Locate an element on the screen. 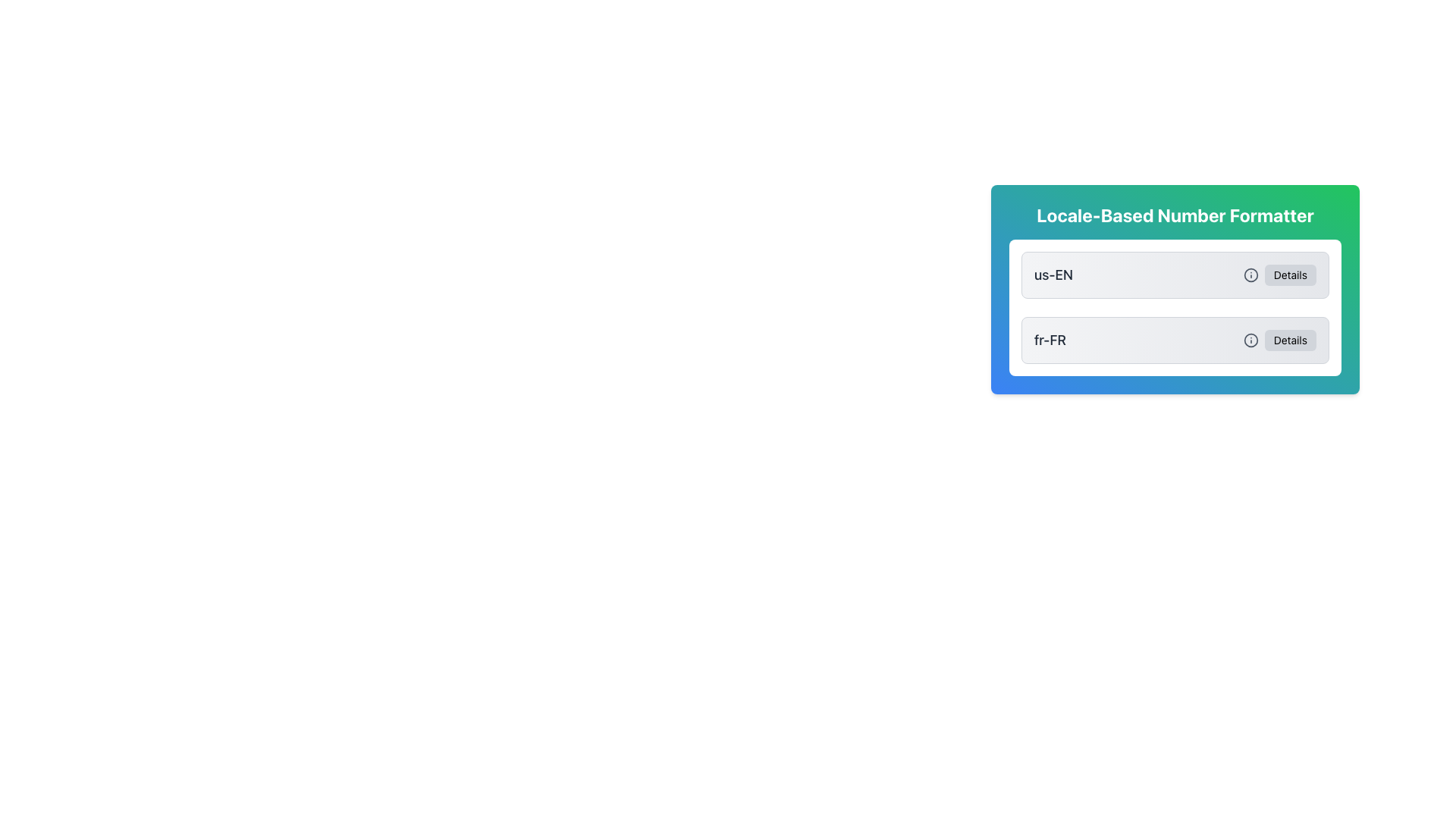 The image size is (1456, 819). the information icon located to the right of the 'us-EN' label in the upper list item, adjacent to the 'Details' button is located at coordinates (1250, 275).